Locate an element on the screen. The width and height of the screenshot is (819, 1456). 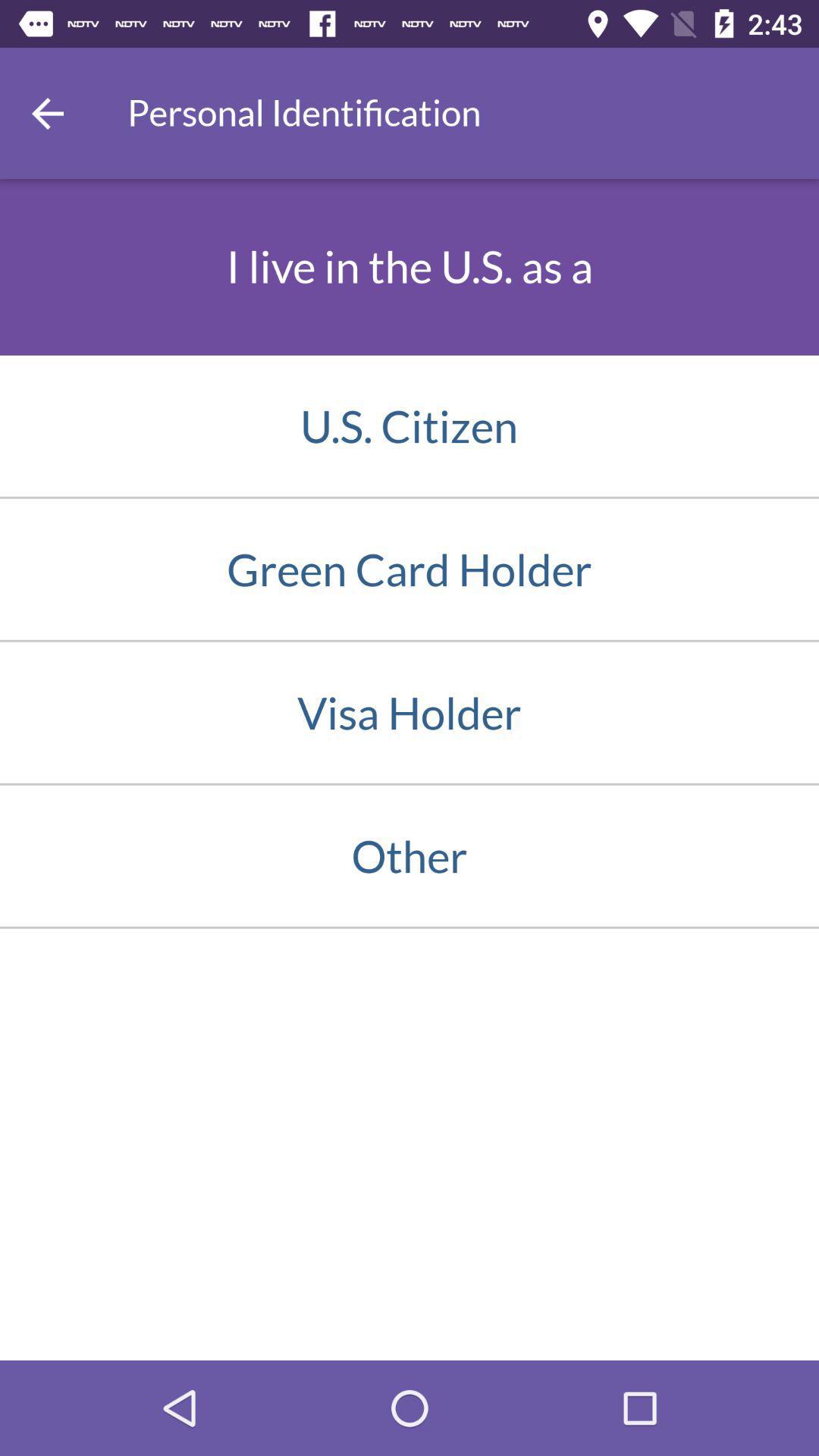
the icon at the top left corner is located at coordinates (46, 112).